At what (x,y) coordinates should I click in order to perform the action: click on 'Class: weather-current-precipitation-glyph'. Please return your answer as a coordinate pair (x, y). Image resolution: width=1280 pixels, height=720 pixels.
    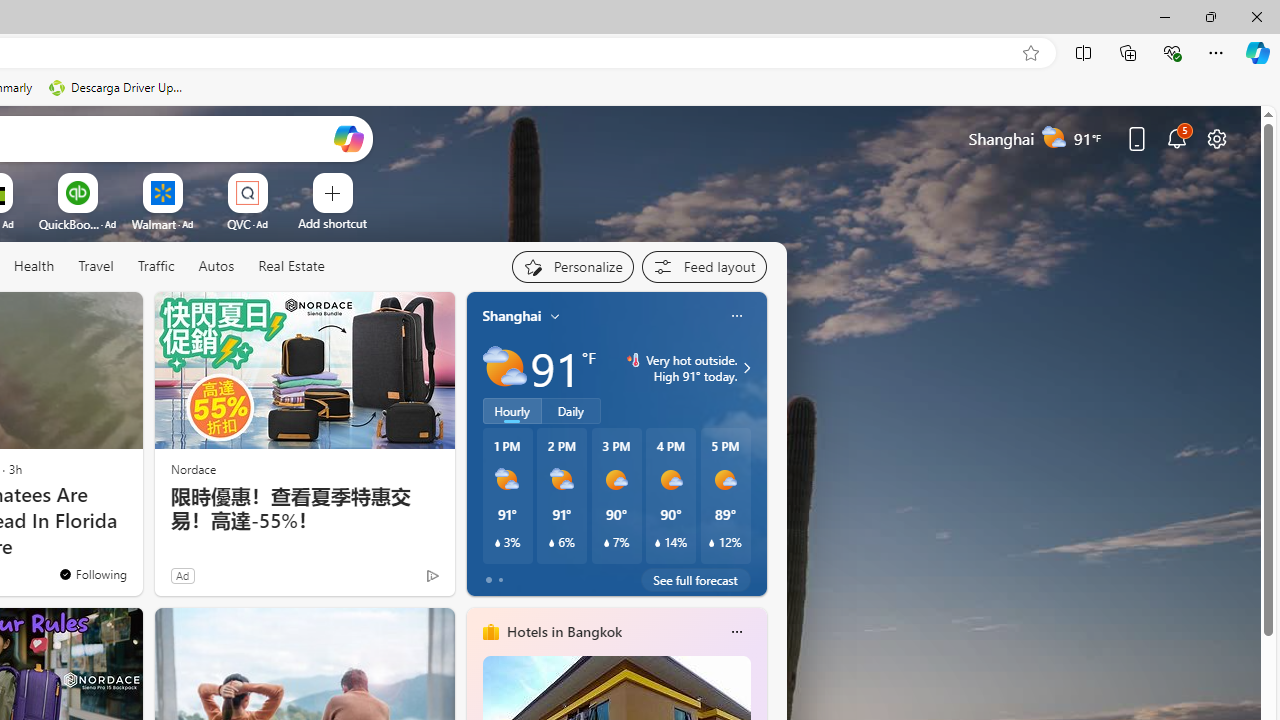
    Looking at the image, I should click on (712, 543).